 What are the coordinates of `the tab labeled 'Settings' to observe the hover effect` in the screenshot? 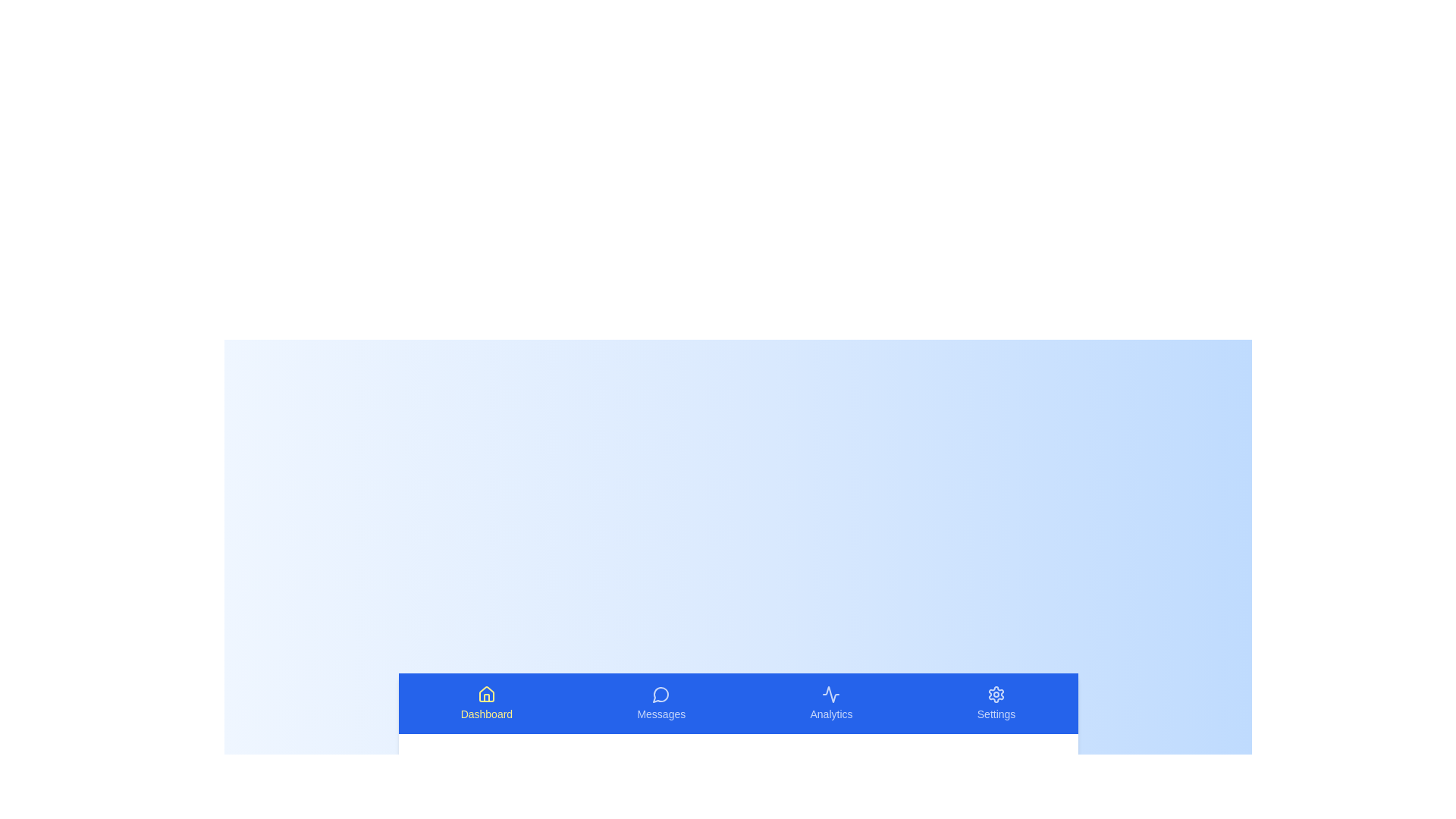 It's located at (996, 704).